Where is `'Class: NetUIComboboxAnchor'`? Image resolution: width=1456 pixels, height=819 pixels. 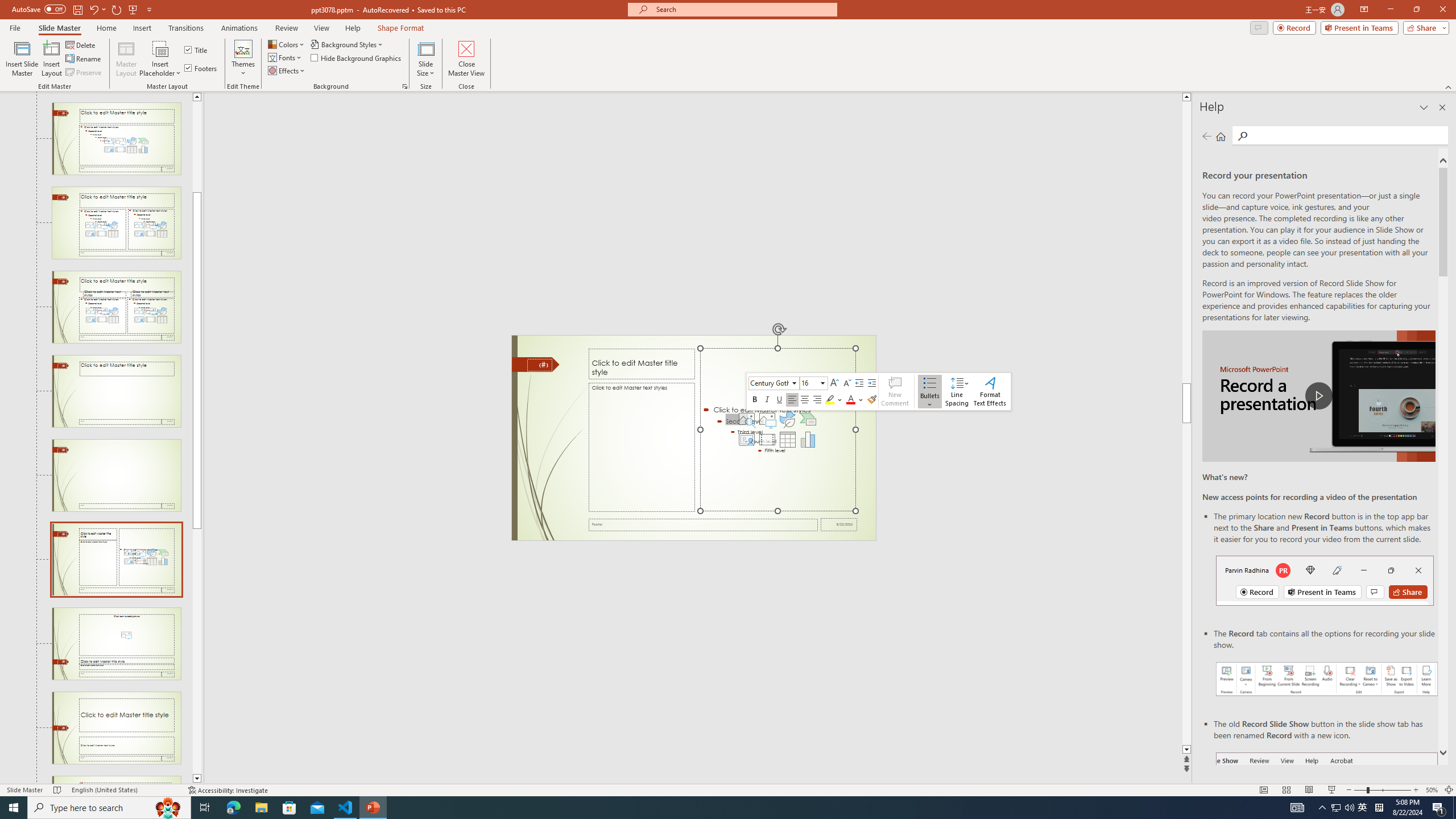 'Class: NetUIComboboxAnchor' is located at coordinates (813, 383).